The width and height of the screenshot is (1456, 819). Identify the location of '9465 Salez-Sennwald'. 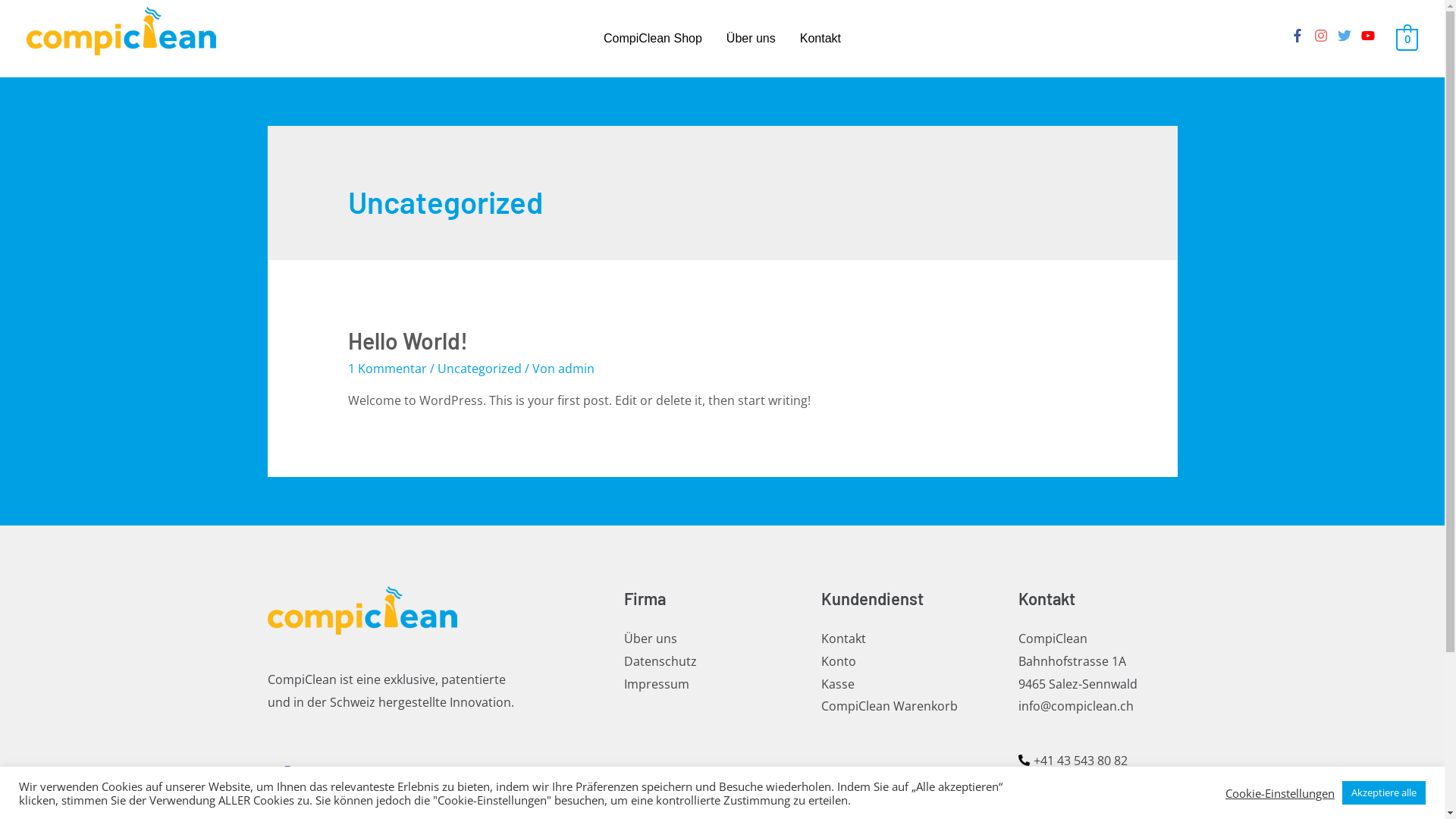
(1076, 683).